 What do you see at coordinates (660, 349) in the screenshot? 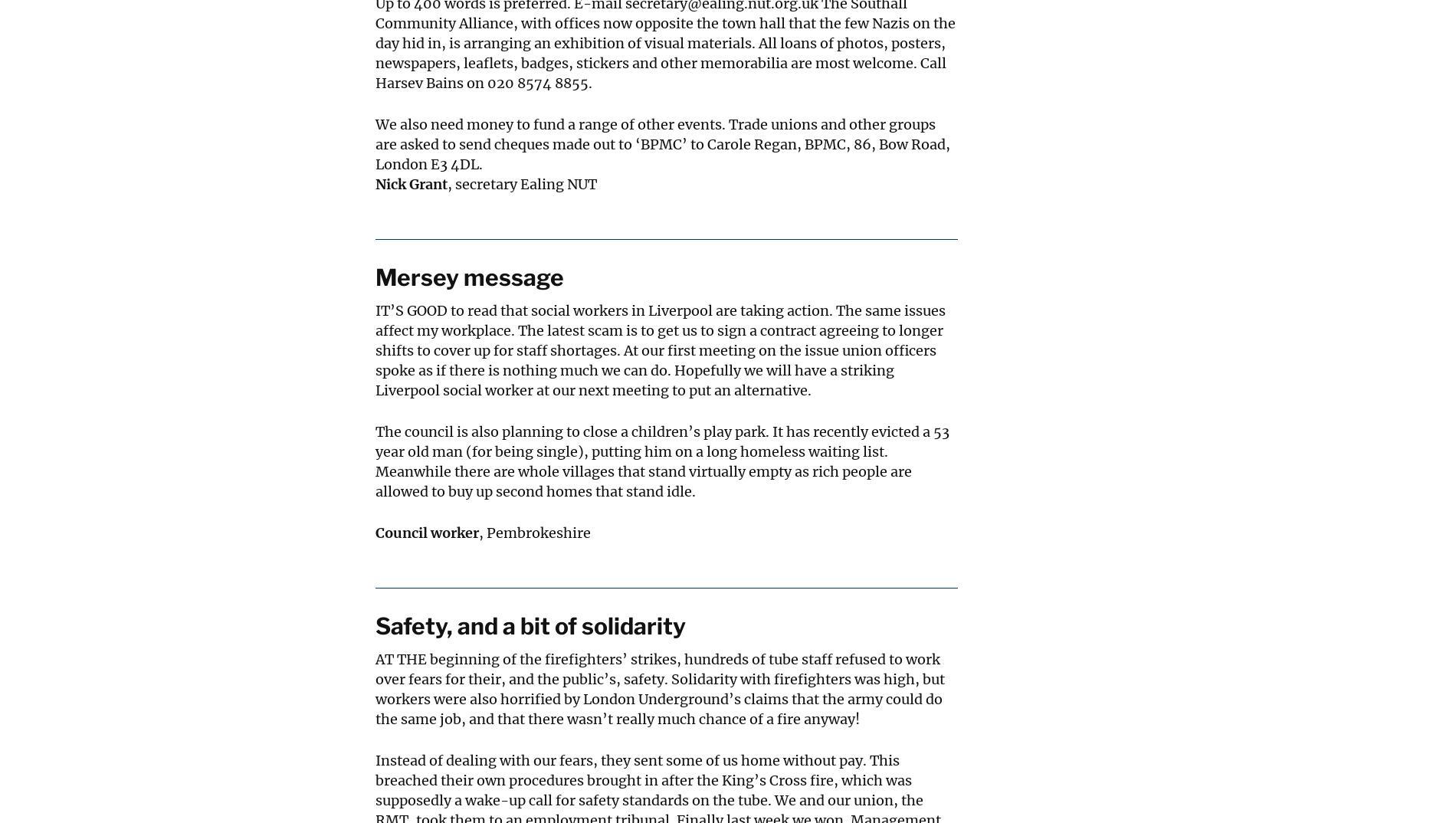
I see `'IT’S GOOD to read that social workers in Liverpool are taking action. The same issues affect my workplace. The latest scam is to get us to sign a contract agreeing to longer shifts to cover up for staff shortages. At our first meeting on the issue union officers spoke as if there is nothing much we can do. Hopefully we will have a striking Liverpool social worker at our next meeting to put an alternative.'` at bounding box center [660, 349].